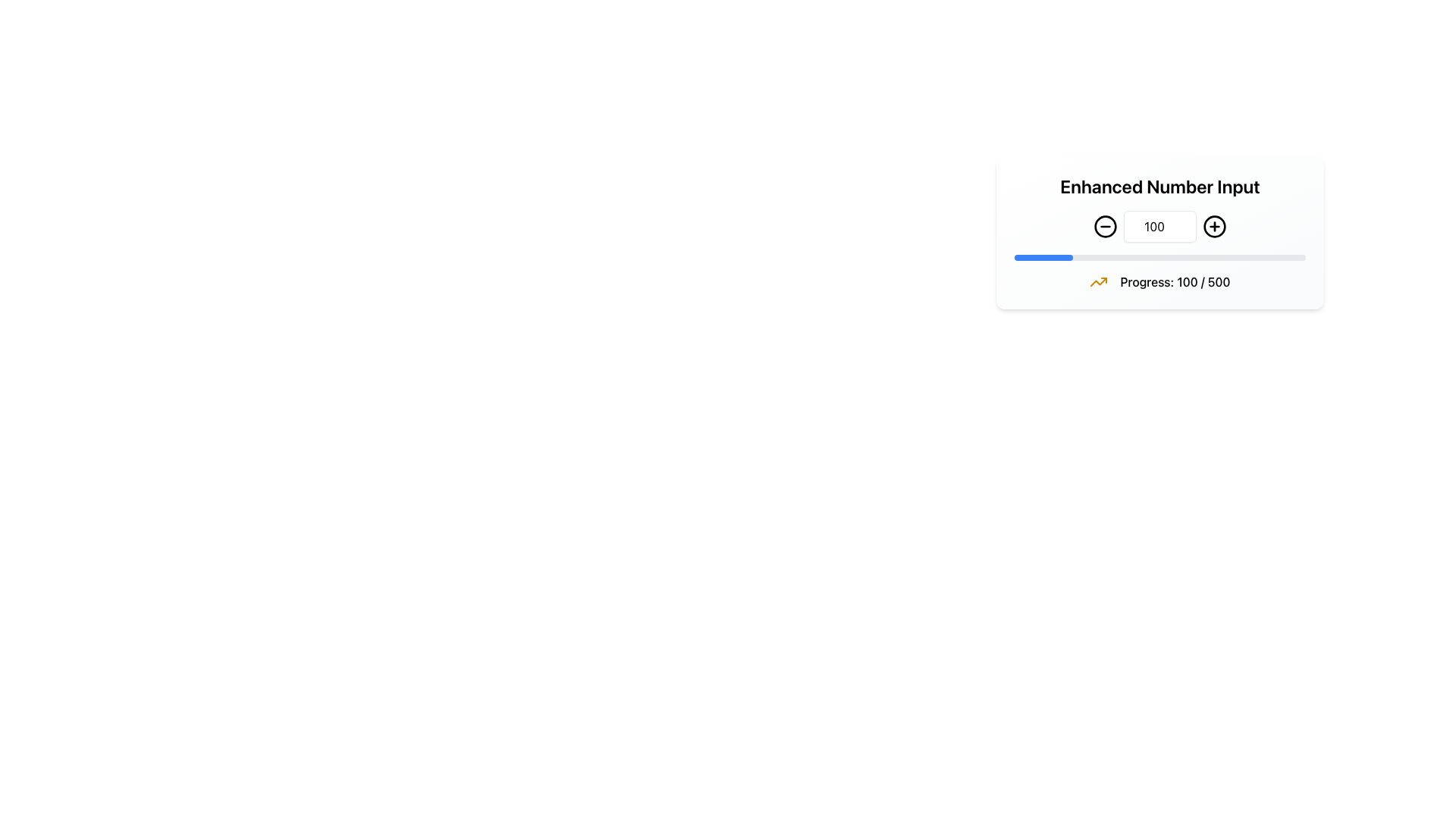  I want to click on the upward trending yellow arrow icon representing progress, located to the left of the text 'Progress: 100 / 500', so click(1099, 281).